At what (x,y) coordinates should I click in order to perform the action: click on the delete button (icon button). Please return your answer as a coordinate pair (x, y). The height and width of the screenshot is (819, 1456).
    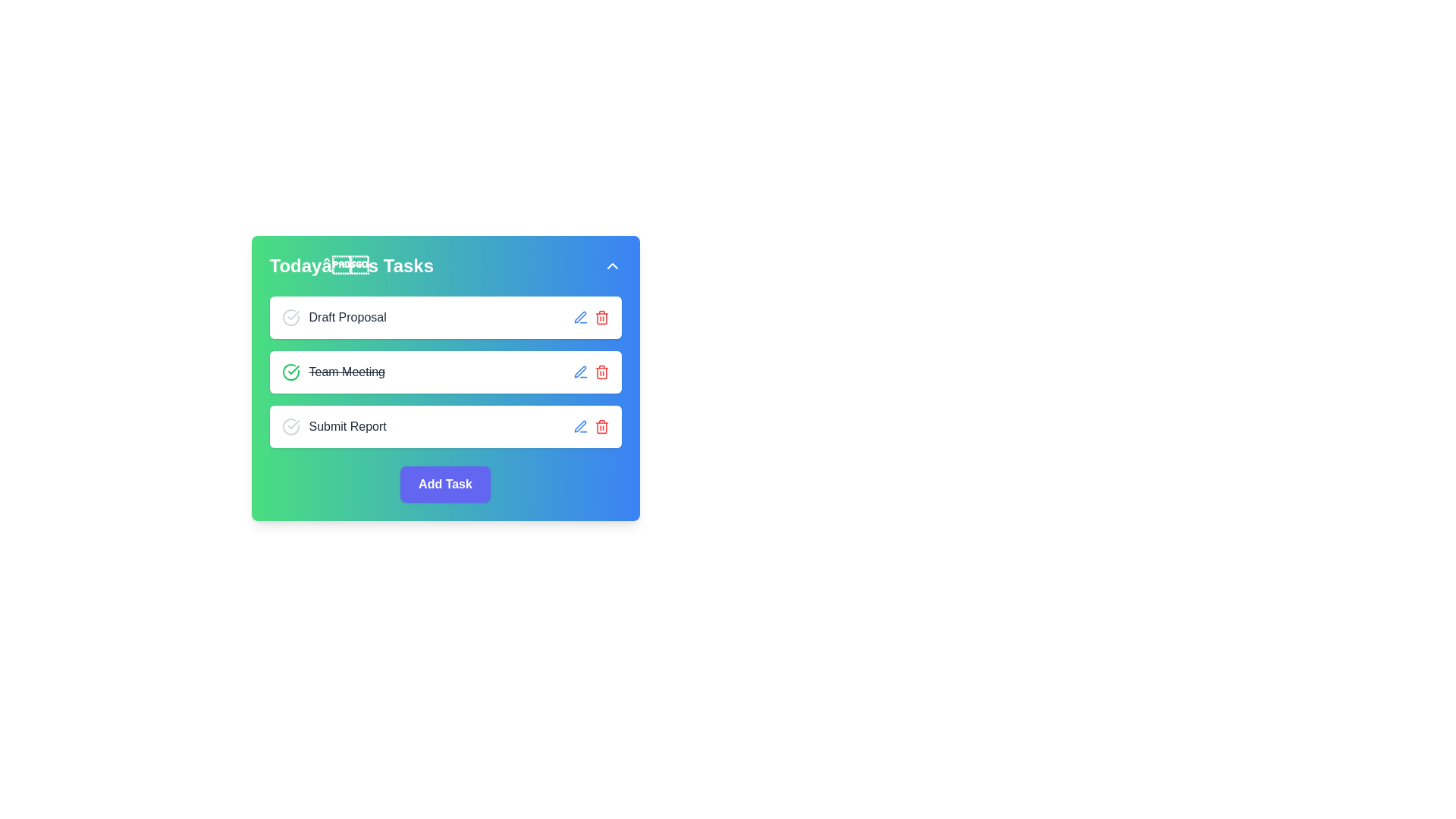
    Looking at the image, I should click on (601, 317).